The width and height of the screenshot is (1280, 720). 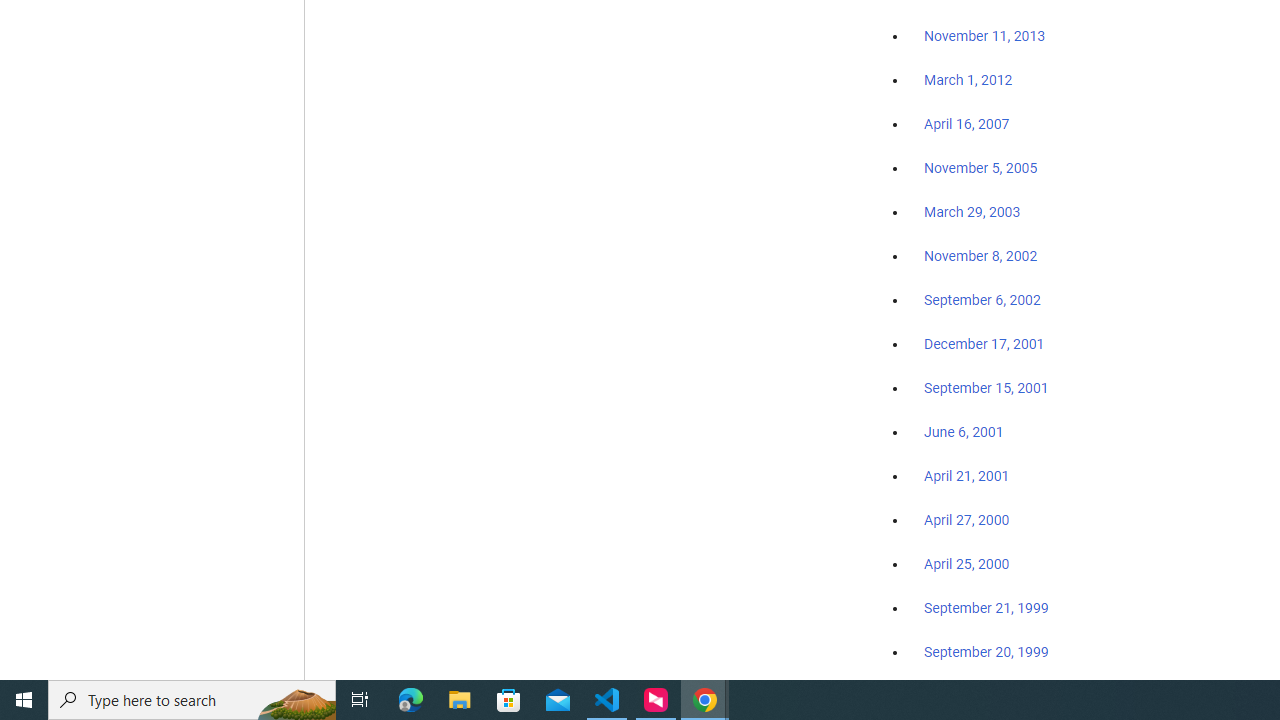 What do you see at coordinates (986, 651) in the screenshot?
I see `'September 20, 1999'` at bounding box center [986, 651].